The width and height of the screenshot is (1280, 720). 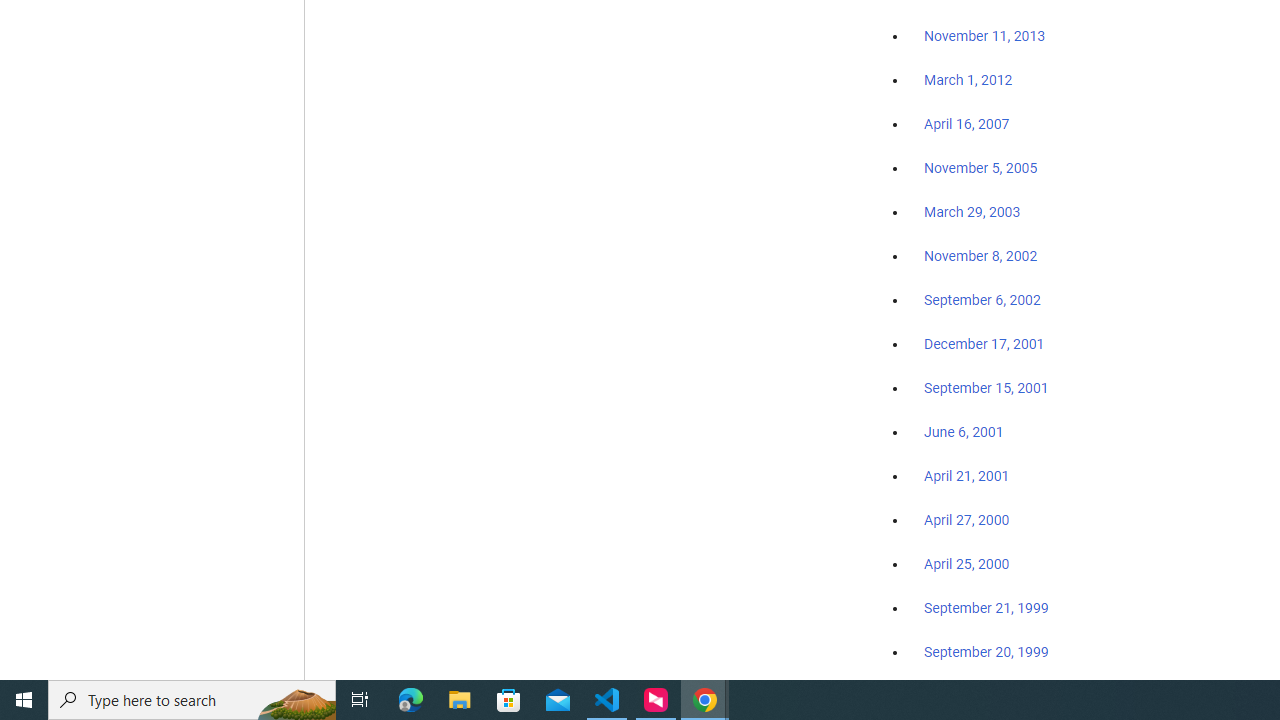 What do you see at coordinates (986, 651) in the screenshot?
I see `'September 20, 1999'` at bounding box center [986, 651].